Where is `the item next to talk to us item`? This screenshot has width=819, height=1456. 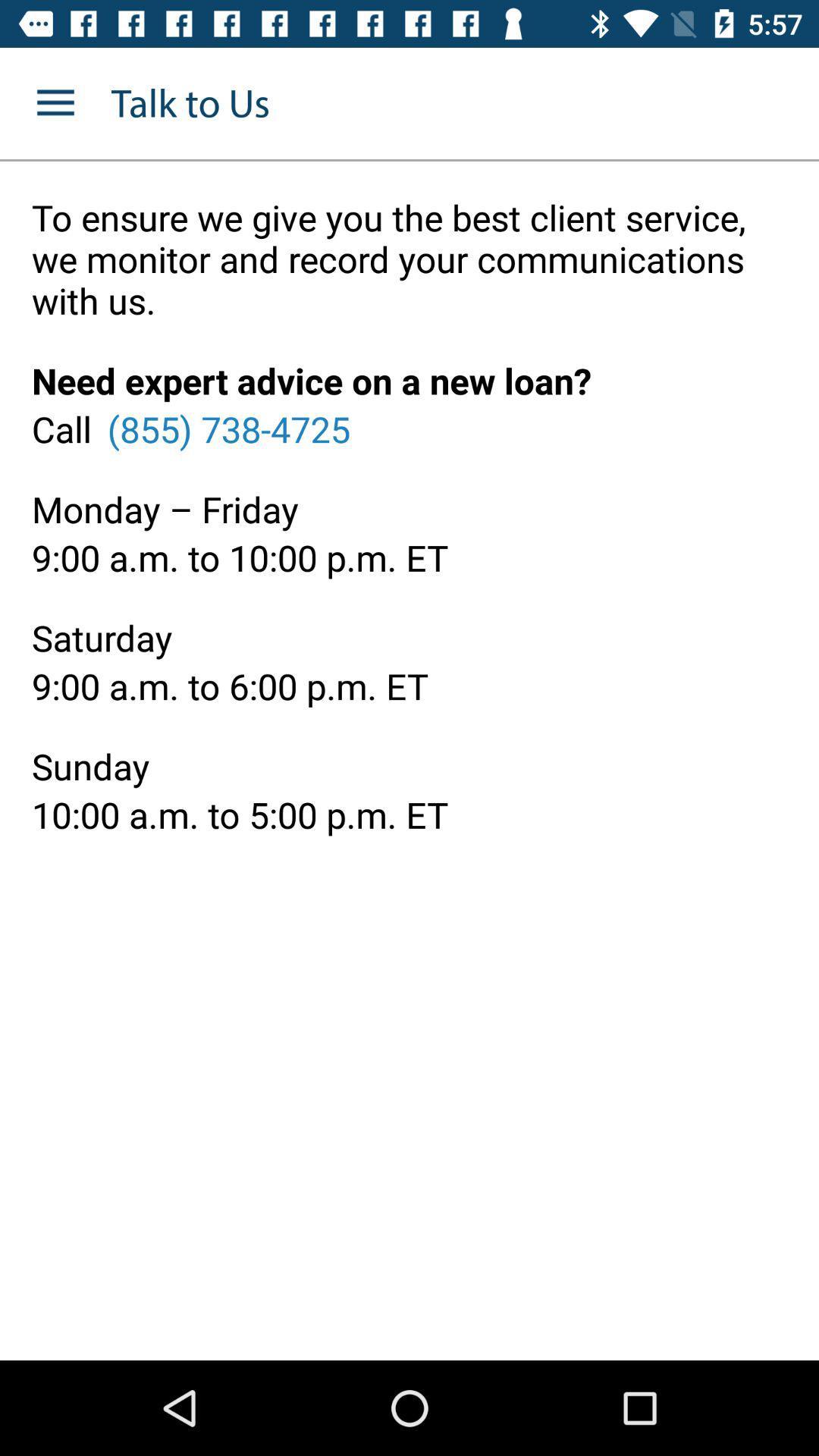 the item next to talk to us item is located at coordinates (55, 102).